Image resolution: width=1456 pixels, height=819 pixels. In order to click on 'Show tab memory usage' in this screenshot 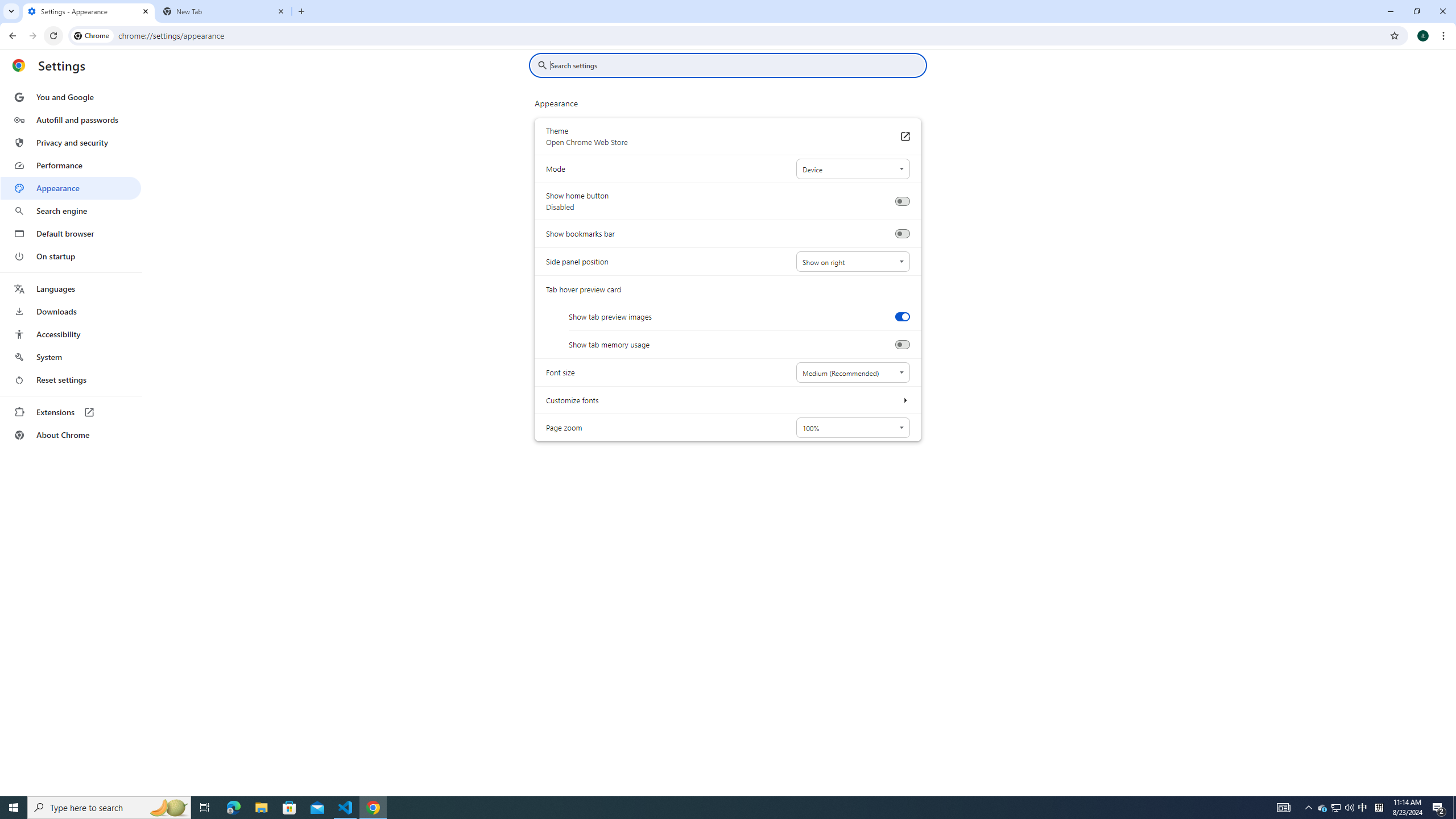, I will do `click(901, 344)`.